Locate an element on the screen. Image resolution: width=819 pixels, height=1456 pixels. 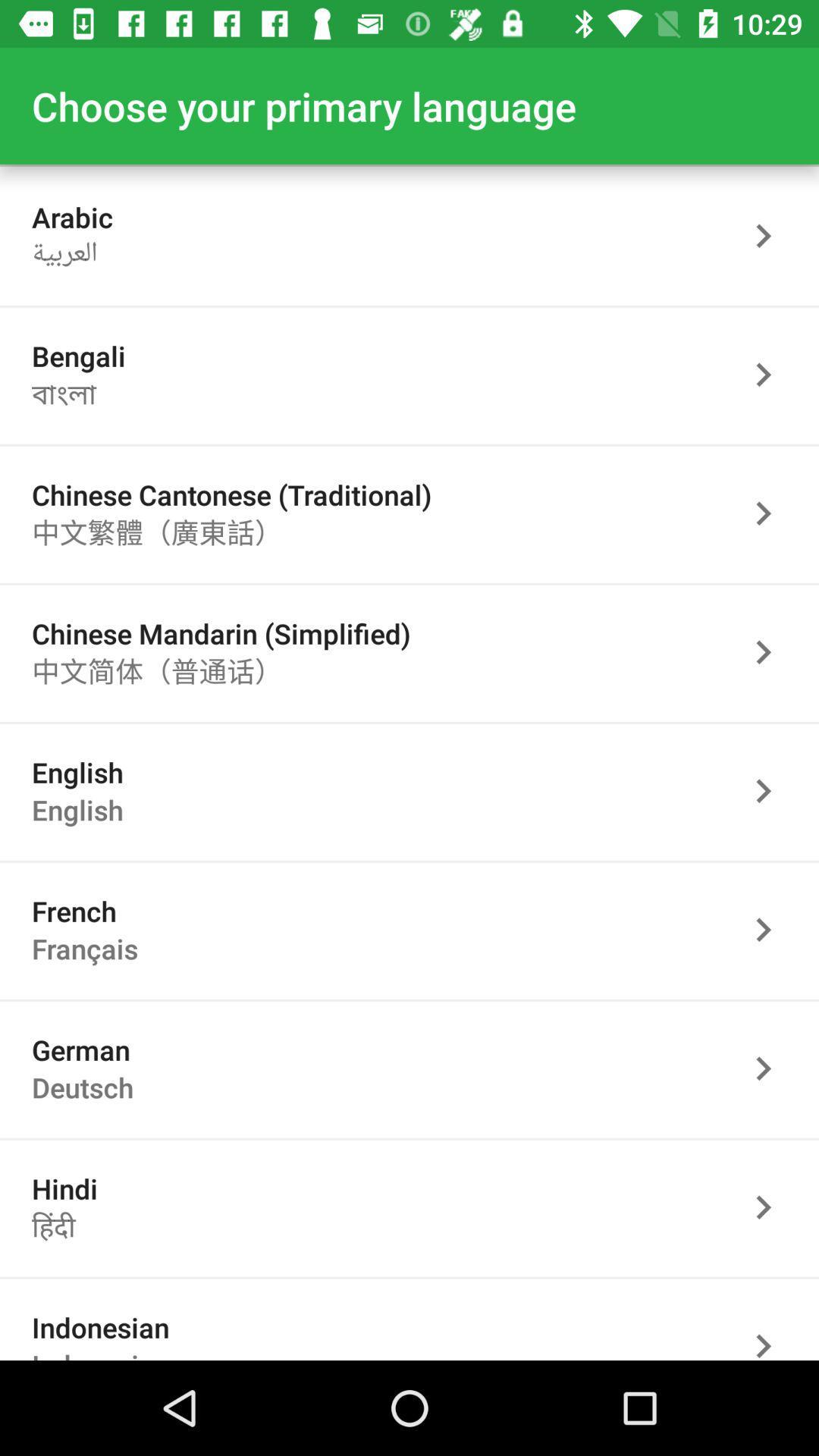
pick language option is located at coordinates (771, 790).